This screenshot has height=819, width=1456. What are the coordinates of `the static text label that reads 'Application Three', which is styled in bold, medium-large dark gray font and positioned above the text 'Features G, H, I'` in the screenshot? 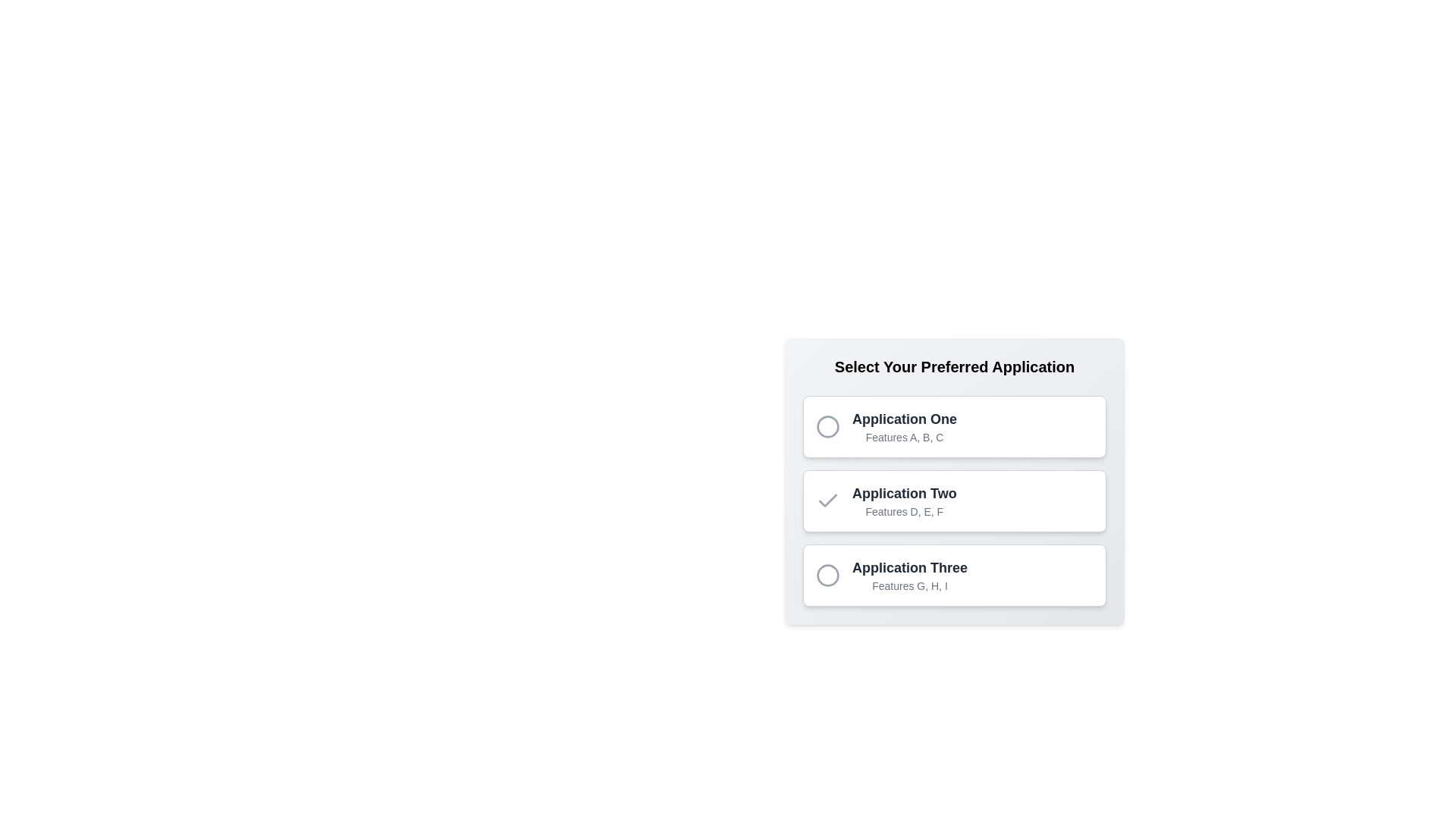 It's located at (910, 567).